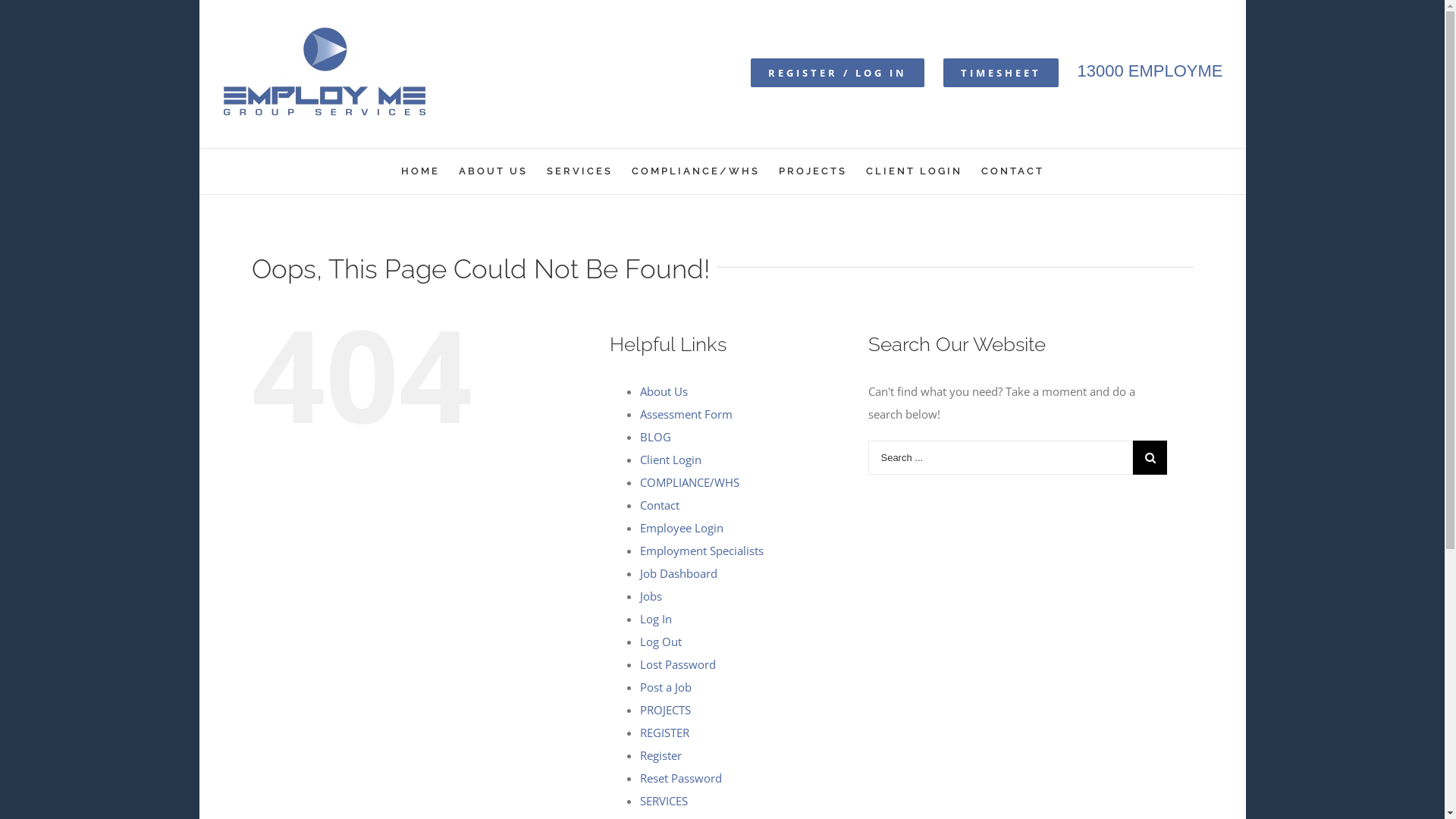 This screenshot has height=819, width=1456. I want to click on 'COMPLIANCE/WHS', so click(694, 171).